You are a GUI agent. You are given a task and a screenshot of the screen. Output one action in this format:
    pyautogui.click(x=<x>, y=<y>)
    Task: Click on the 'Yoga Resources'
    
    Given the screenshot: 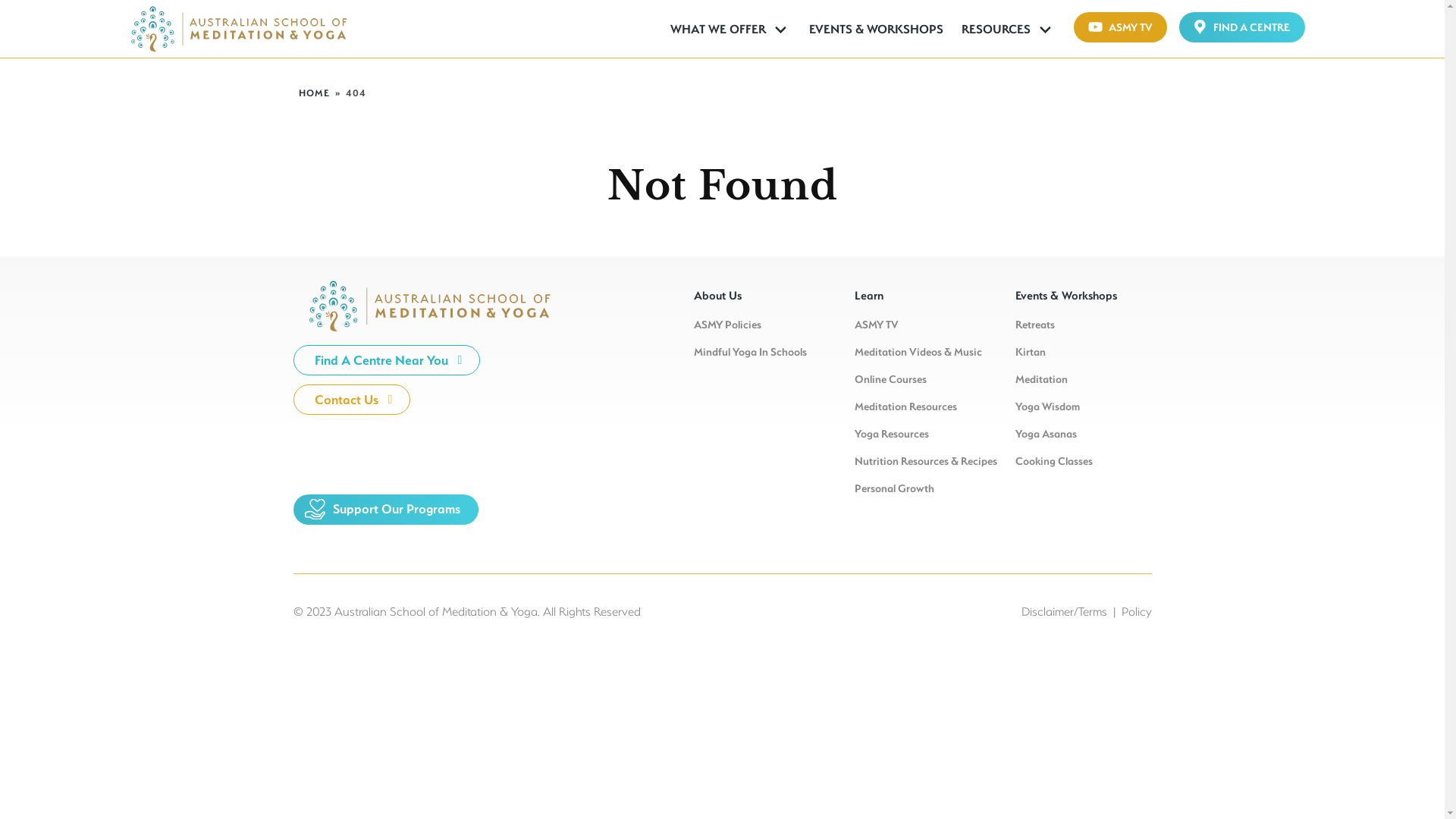 What is the action you would take?
    pyautogui.click(x=854, y=433)
    